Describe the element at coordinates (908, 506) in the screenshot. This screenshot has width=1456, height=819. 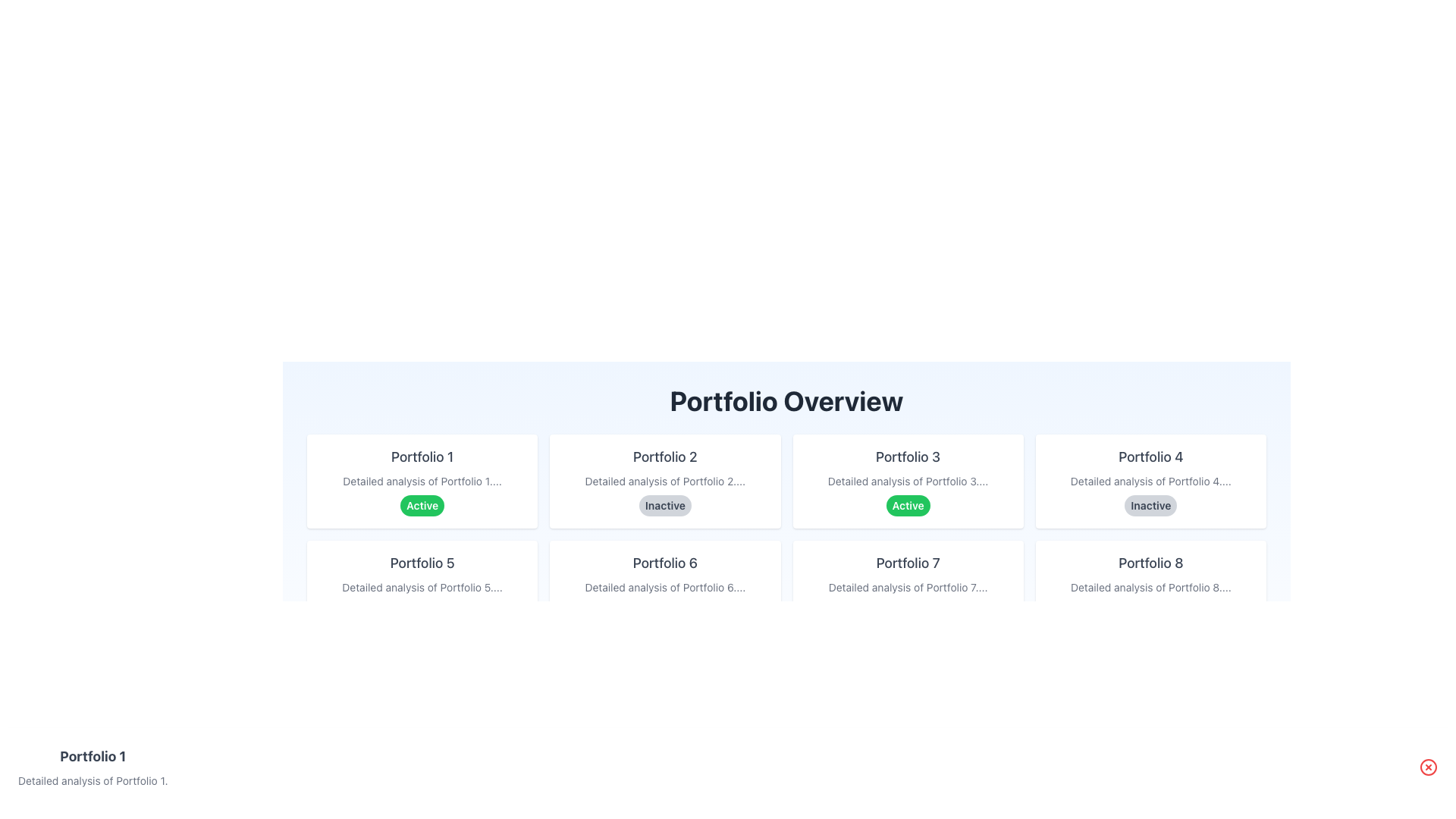
I see `the Status Indicator for 'Portfolio 3' located at the bottom of its card` at that location.